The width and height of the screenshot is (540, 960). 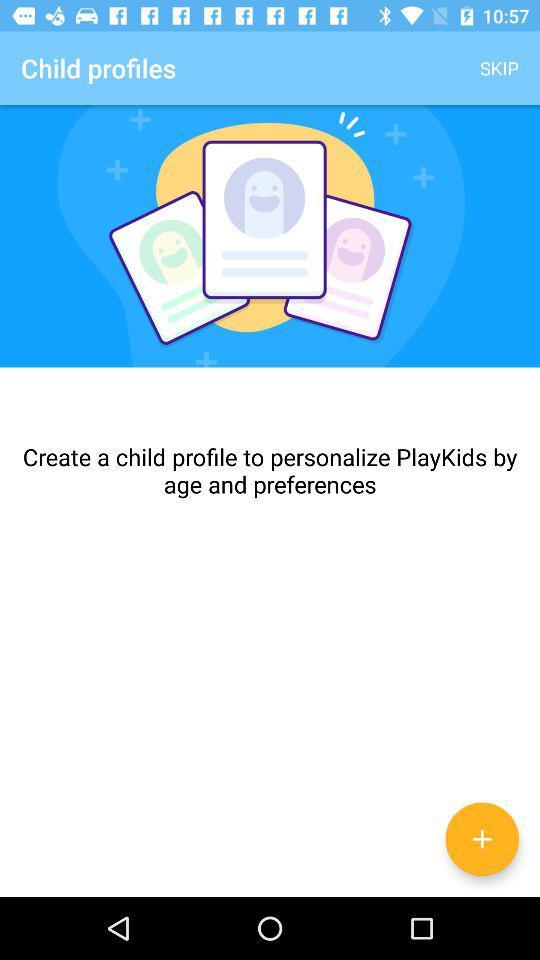 What do you see at coordinates (481, 839) in the screenshot?
I see `the item below create a child item` at bounding box center [481, 839].